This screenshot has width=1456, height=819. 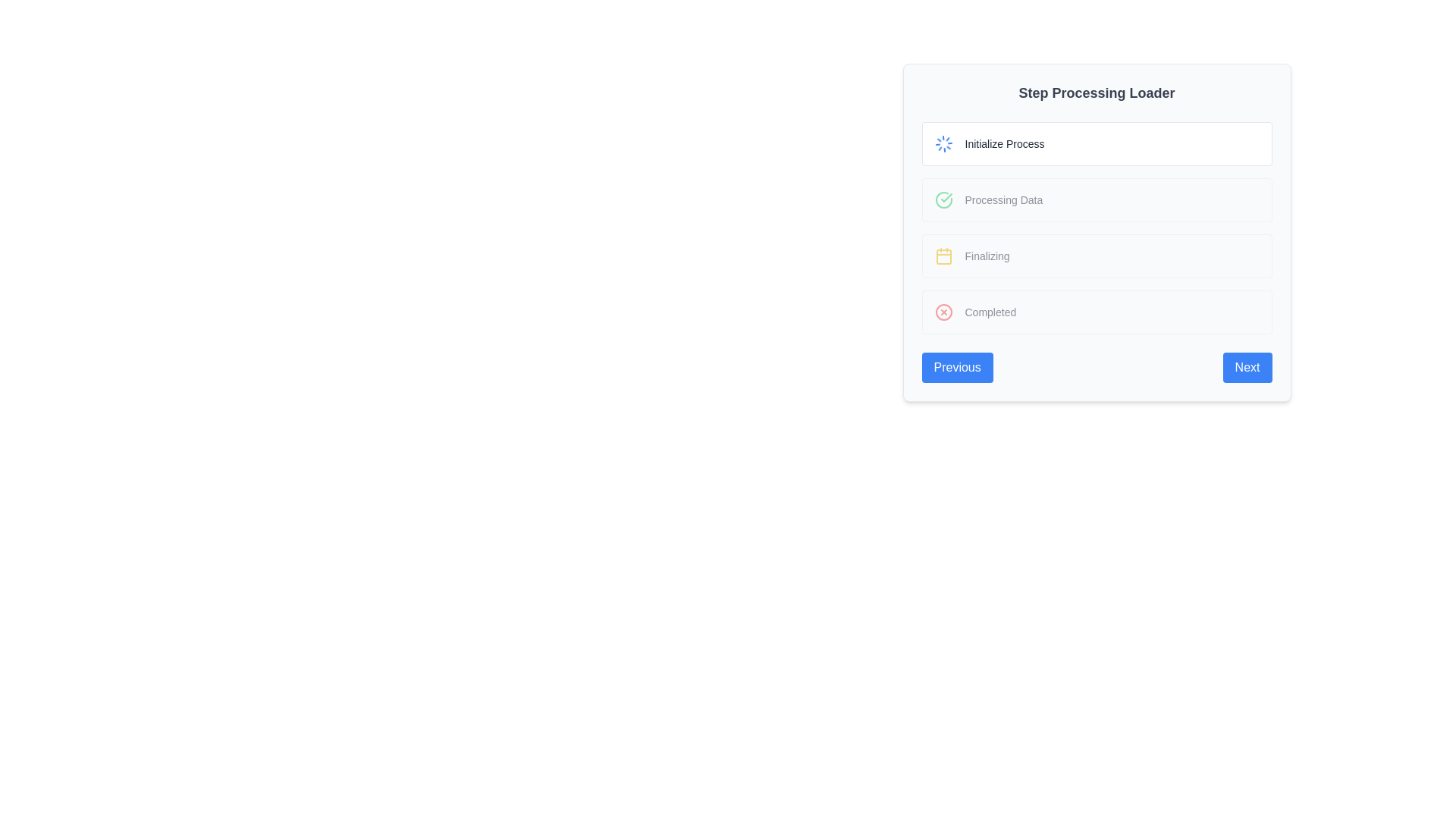 What do you see at coordinates (1097, 368) in the screenshot?
I see `the Previous button located in the navigation group at the bottom of the interface, which allows users to move to the previous step` at bounding box center [1097, 368].